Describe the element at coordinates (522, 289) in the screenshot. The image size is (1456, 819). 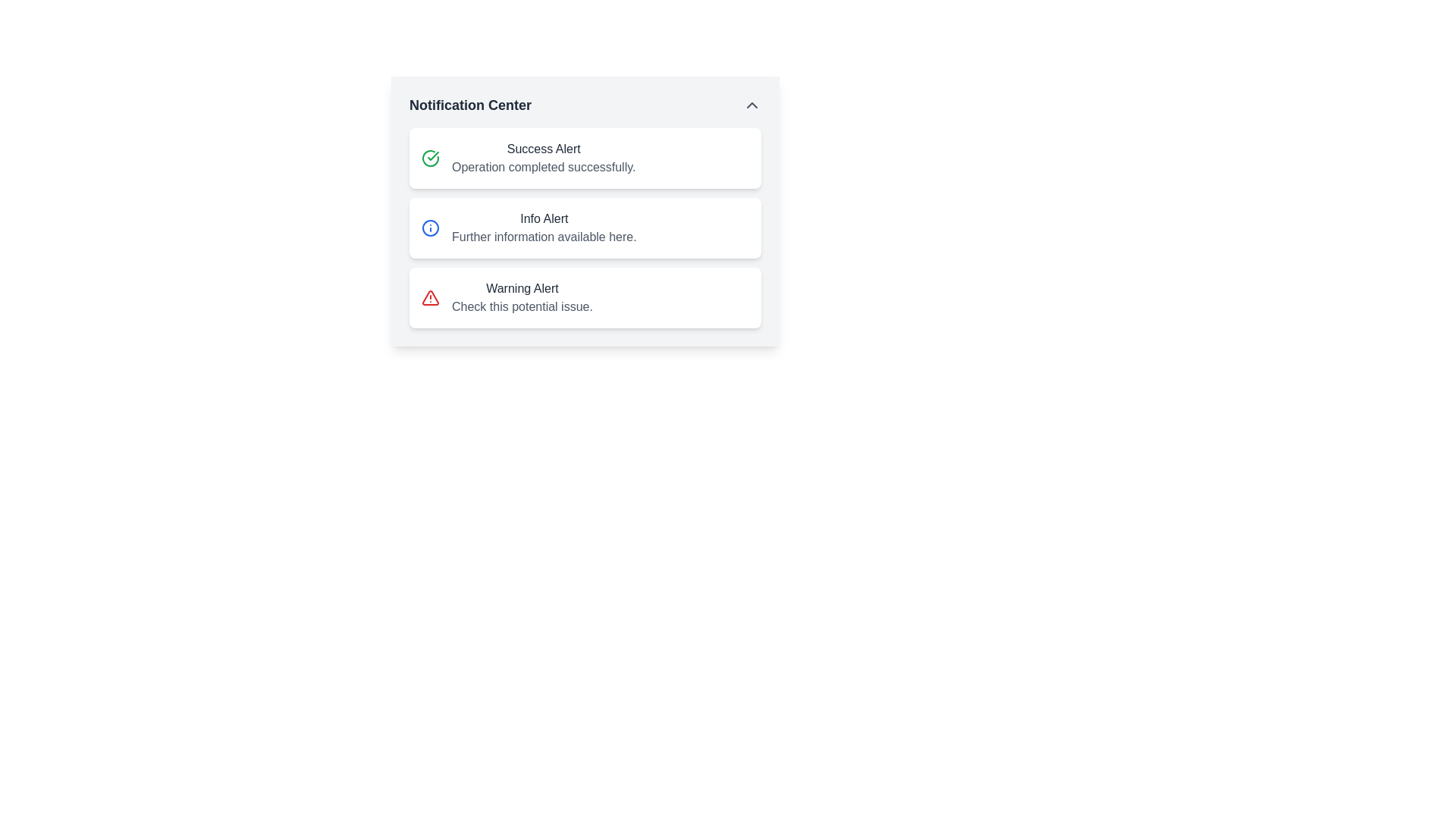
I see `the header text of the warning notification in the Notification Center, which is the third notification item and is directly above the text 'Check this potential issue.'` at that location.